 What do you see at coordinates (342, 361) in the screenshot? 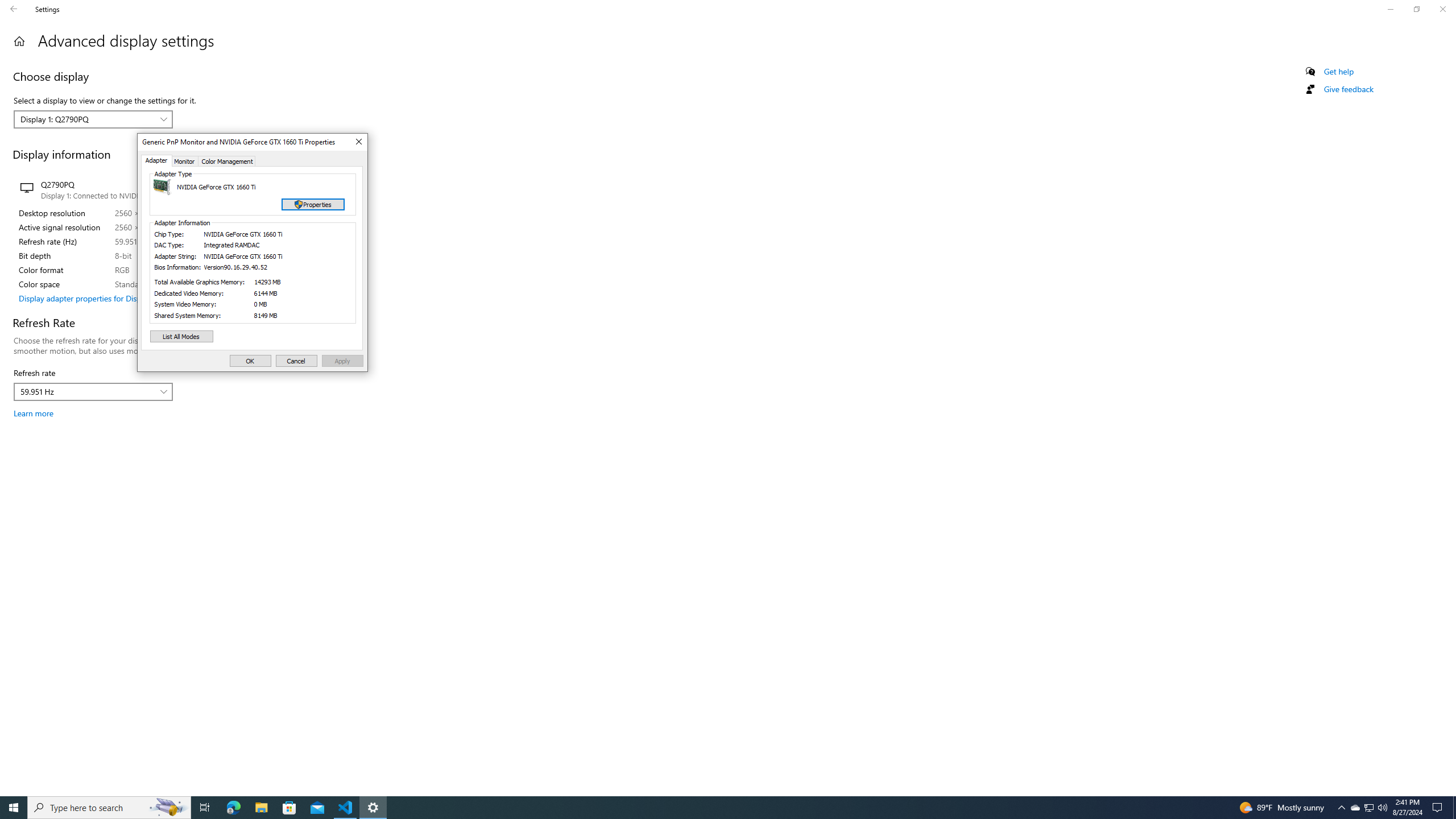
I see `'Apply'` at bounding box center [342, 361].